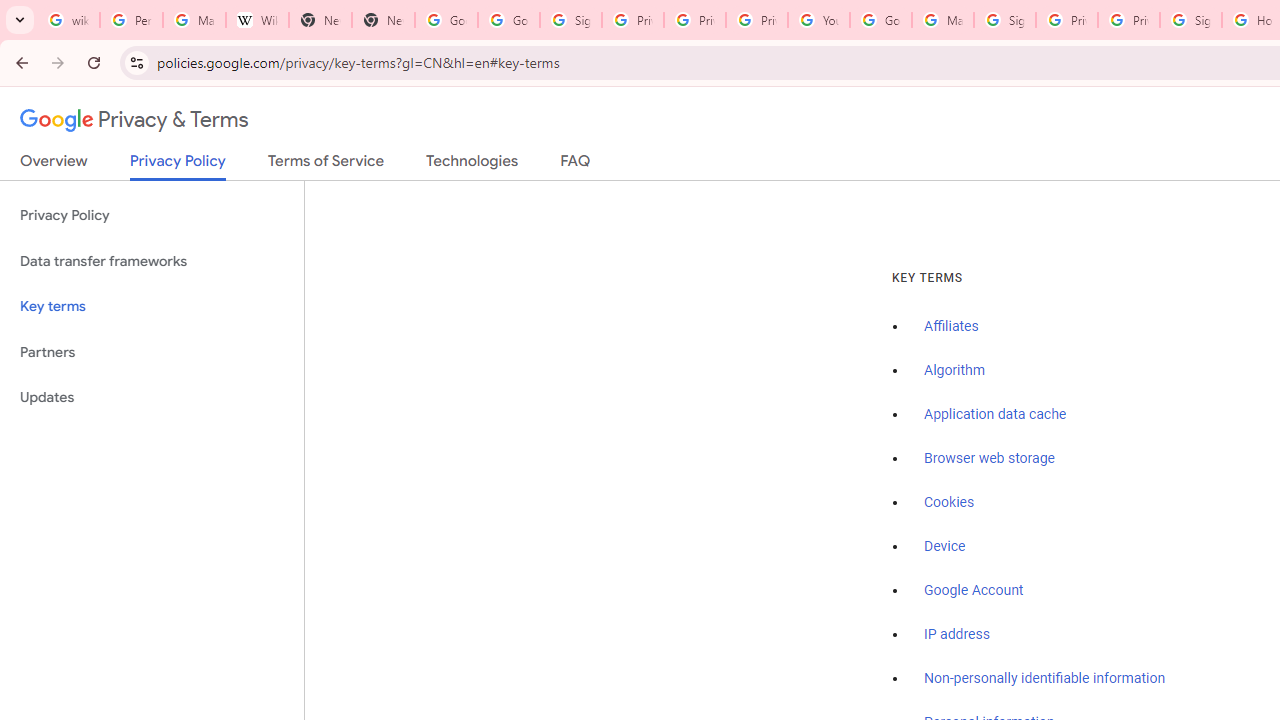 The width and height of the screenshot is (1280, 720). Describe the element at coordinates (950, 326) in the screenshot. I see `'Affiliates'` at that location.